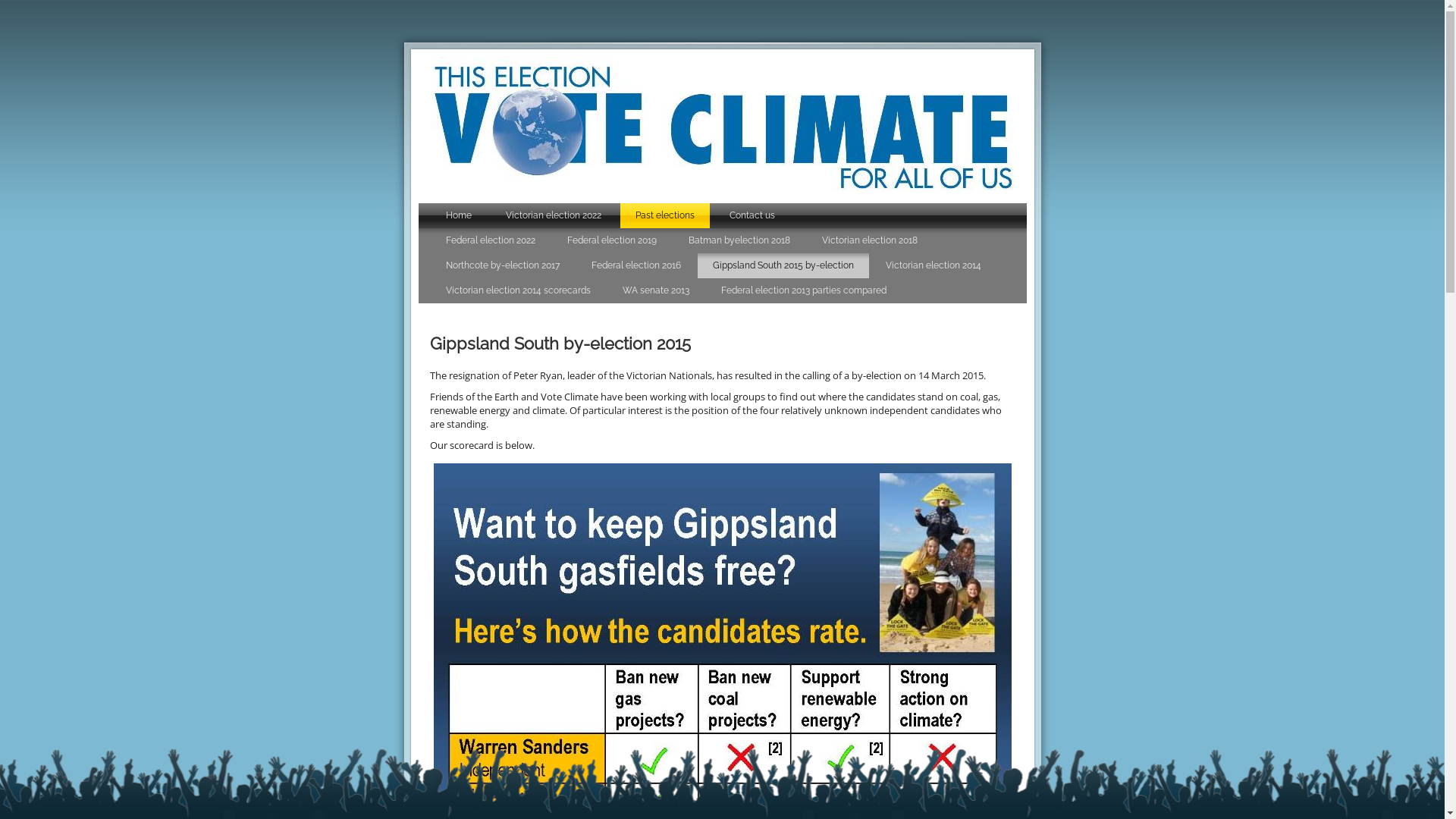 Image resolution: width=1456 pixels, height=819 pixels. I want to click on 'Victorian election 2014 scorecards', so click(518, 290).